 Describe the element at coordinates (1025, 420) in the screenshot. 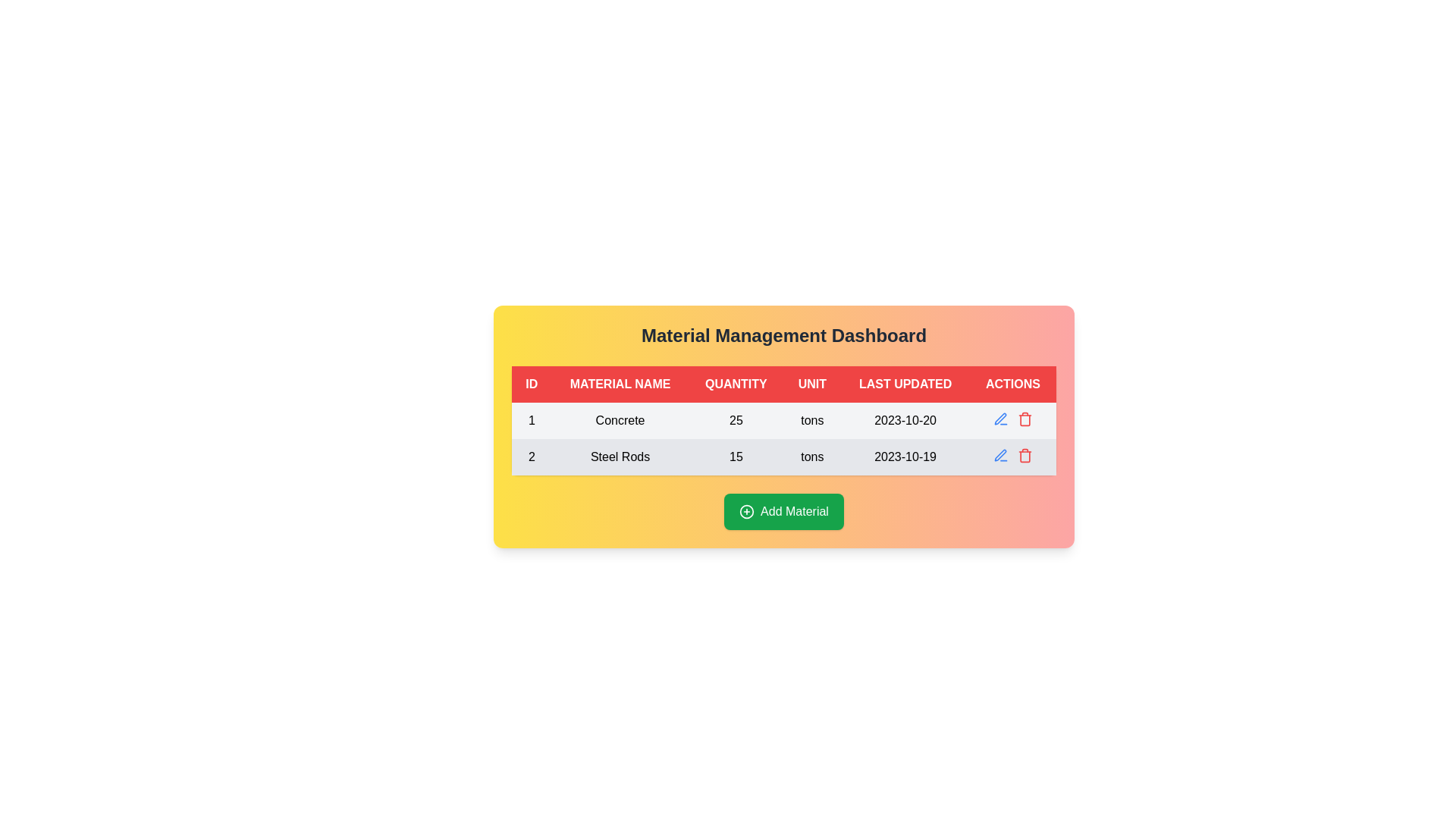

I see `the middle section of the trash can icon, which is the vertical rectangular area with slightly rounded corners, styled with a plain stroke` at that location.